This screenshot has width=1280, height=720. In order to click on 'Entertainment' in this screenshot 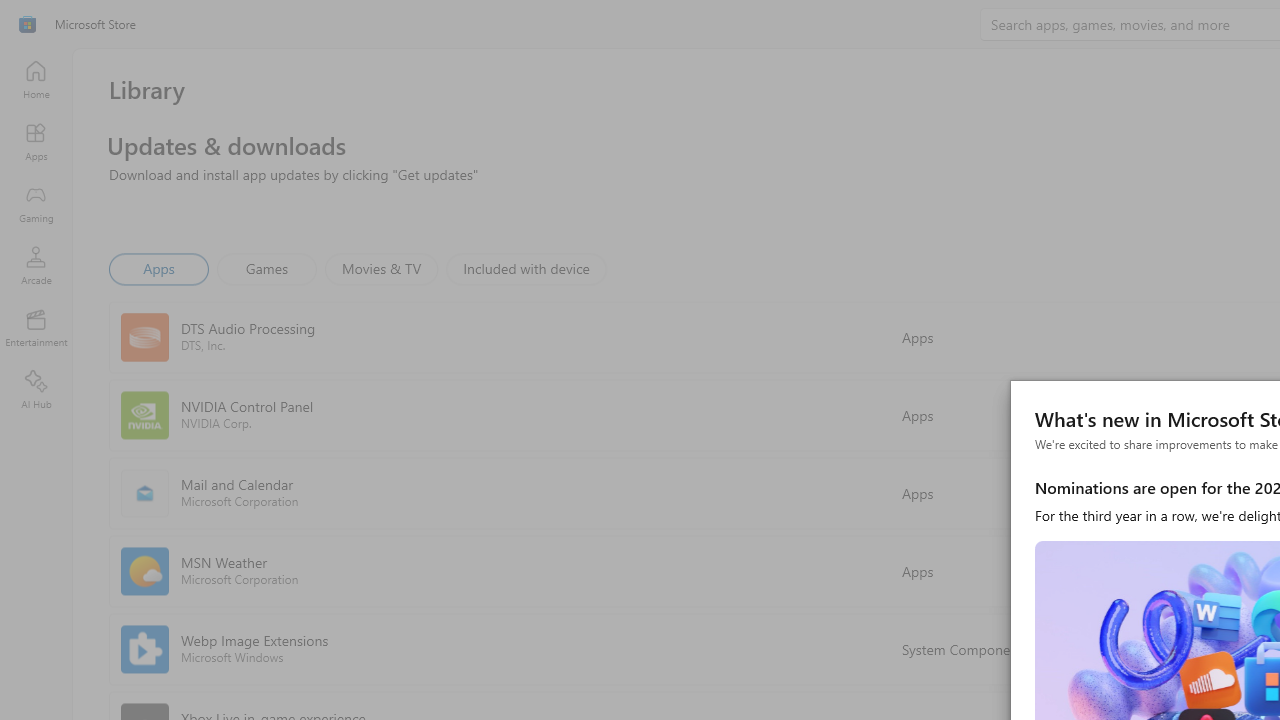, I will do `click(35, 326)`.